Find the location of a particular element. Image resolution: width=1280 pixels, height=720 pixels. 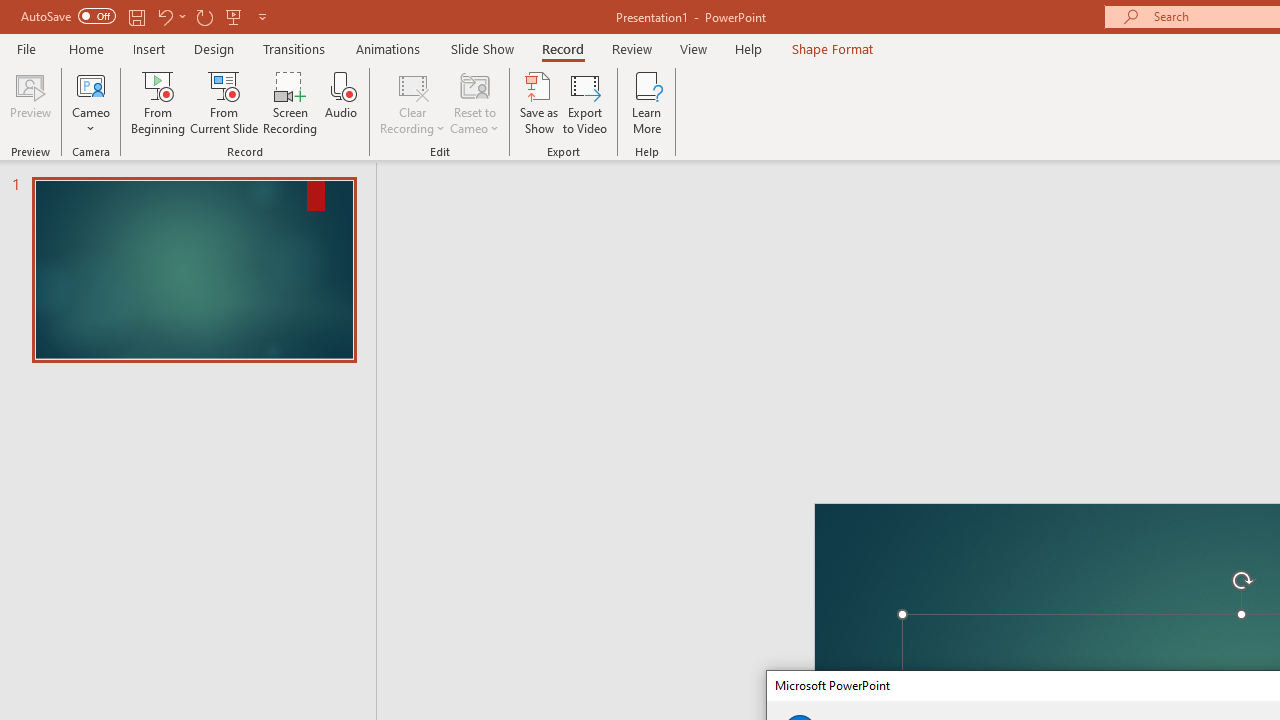

'Insert' is located at coordinates (148, 48).